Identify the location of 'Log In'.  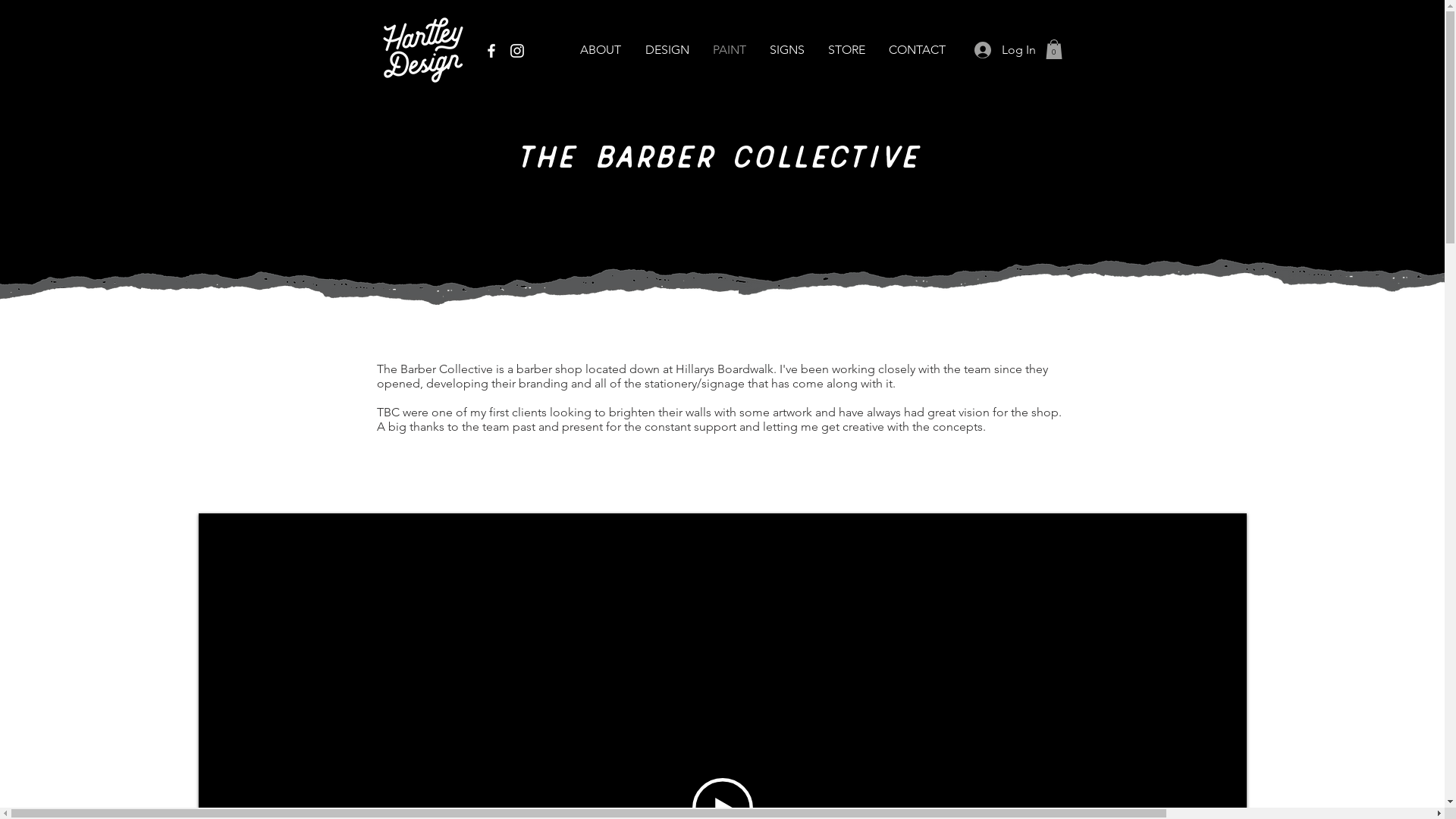
(1000, 49).